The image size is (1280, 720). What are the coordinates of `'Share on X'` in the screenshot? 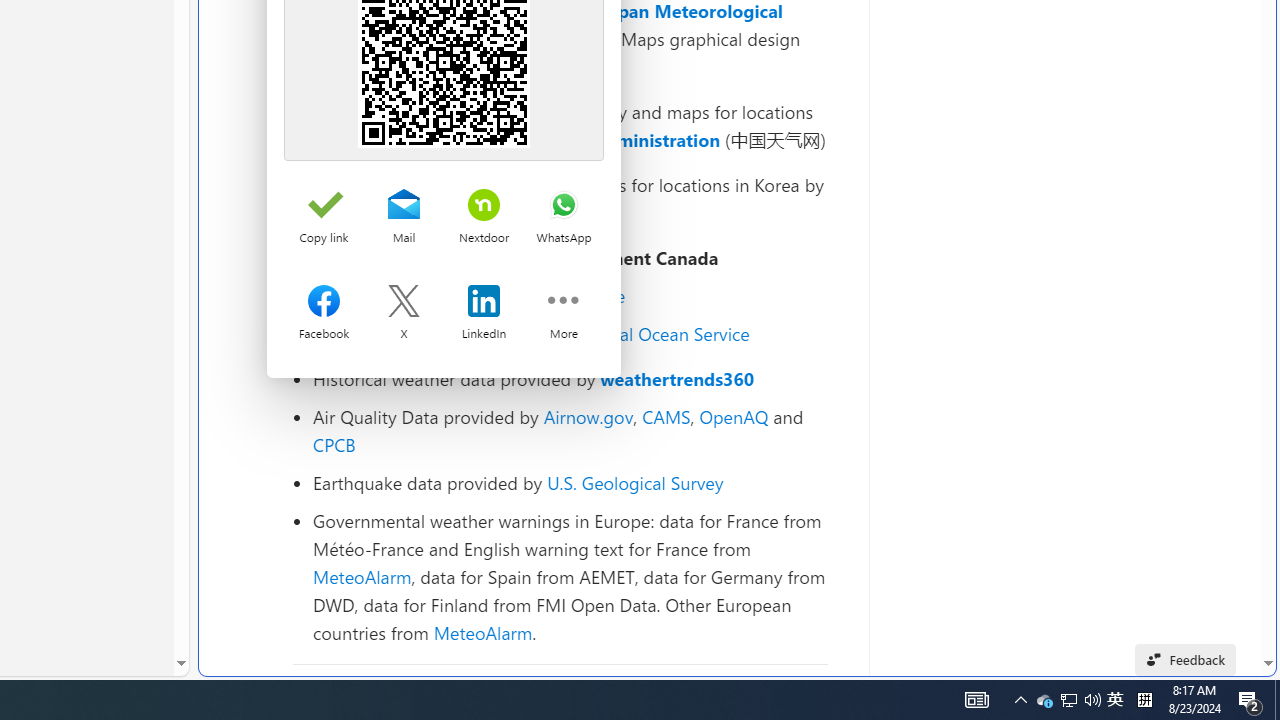 It's located at (402, 303).